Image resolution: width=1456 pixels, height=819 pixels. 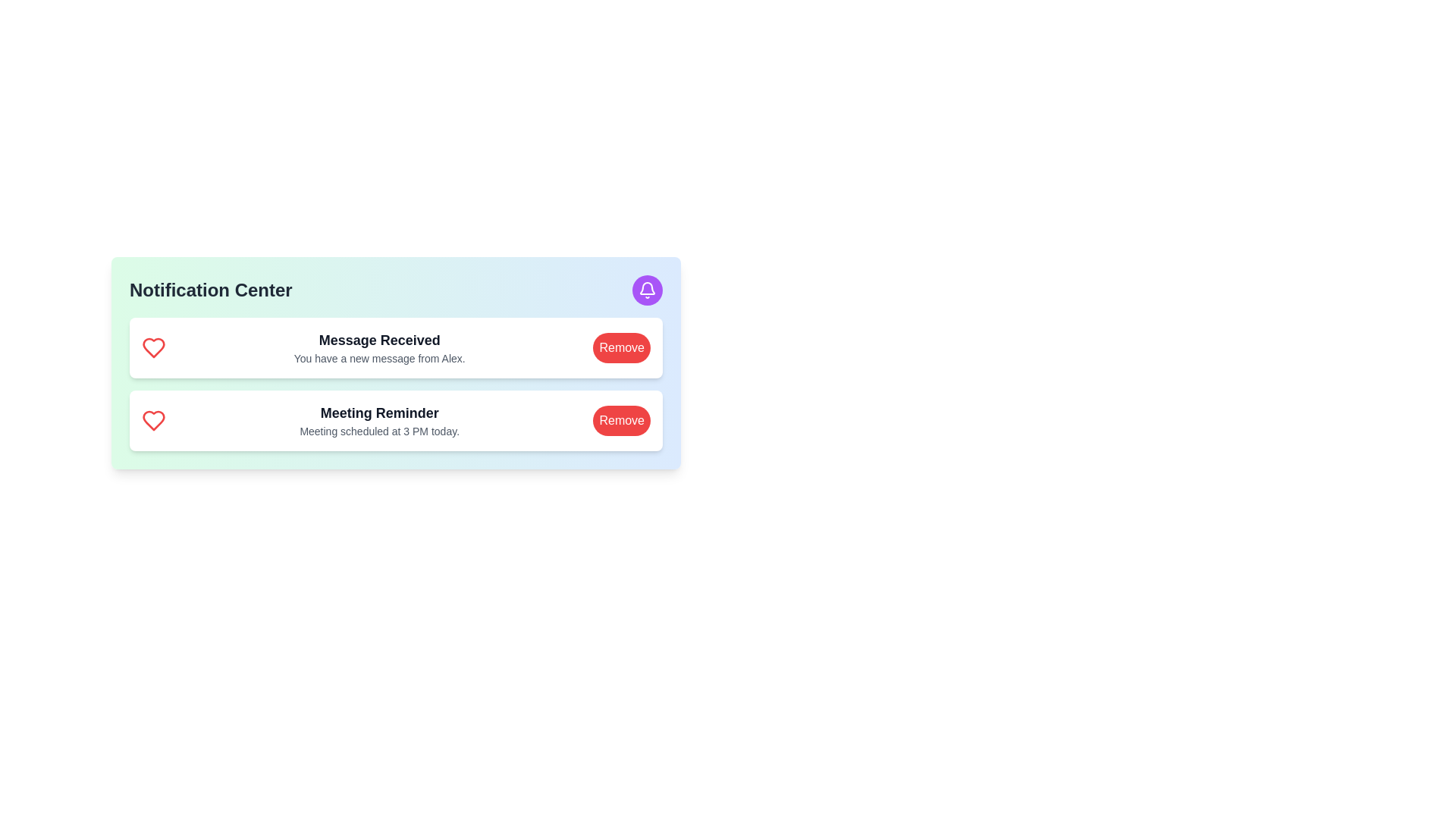 What do you see at coordinates (153, 348) in the screenshot?
I see `the icon that signifies a message or notification type, located at the leftmost side of the 'Message Received' notification` at bounding box center [153, 348].